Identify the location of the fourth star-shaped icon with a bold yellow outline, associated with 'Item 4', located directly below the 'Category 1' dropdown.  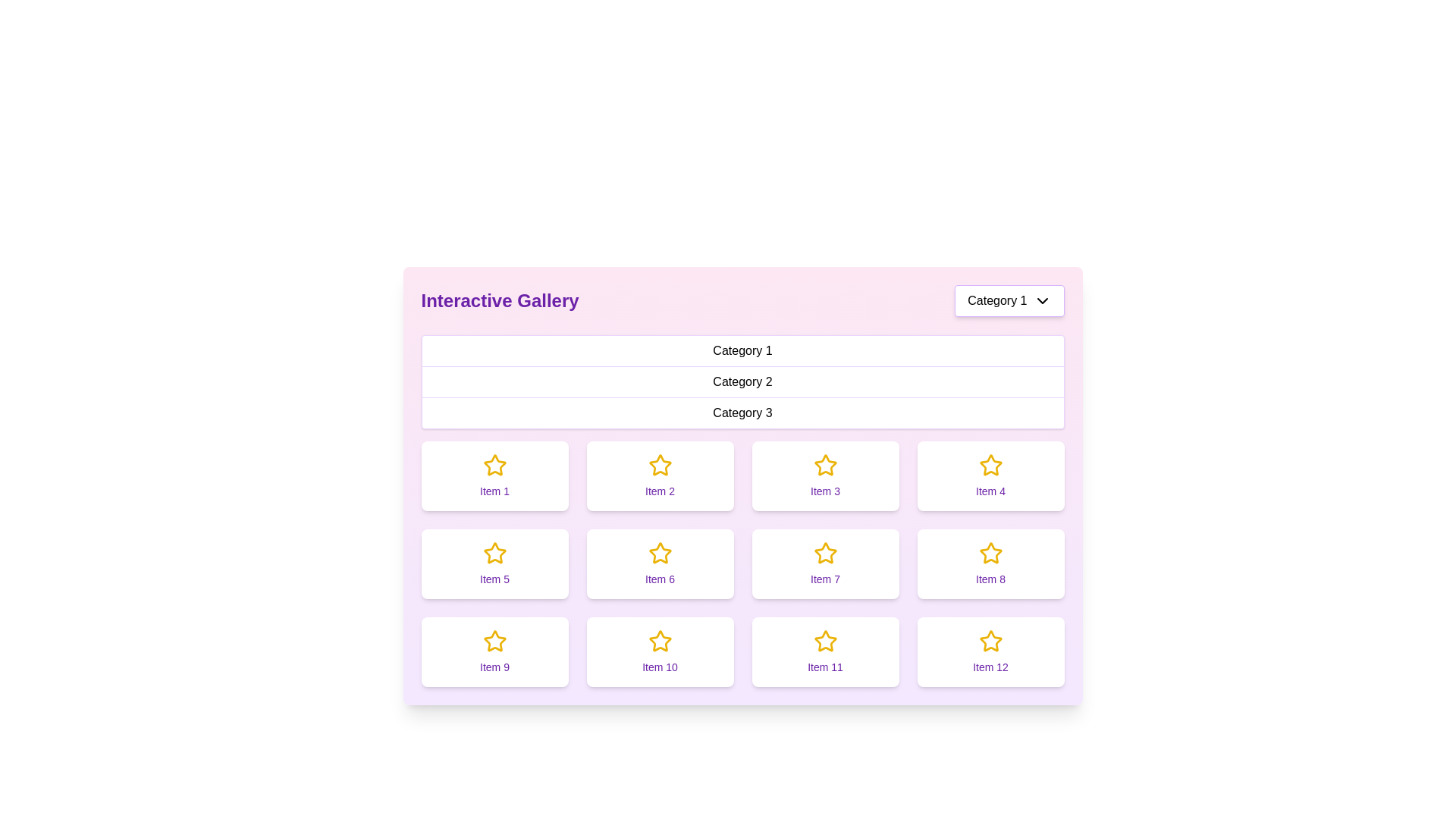
(990, 464).